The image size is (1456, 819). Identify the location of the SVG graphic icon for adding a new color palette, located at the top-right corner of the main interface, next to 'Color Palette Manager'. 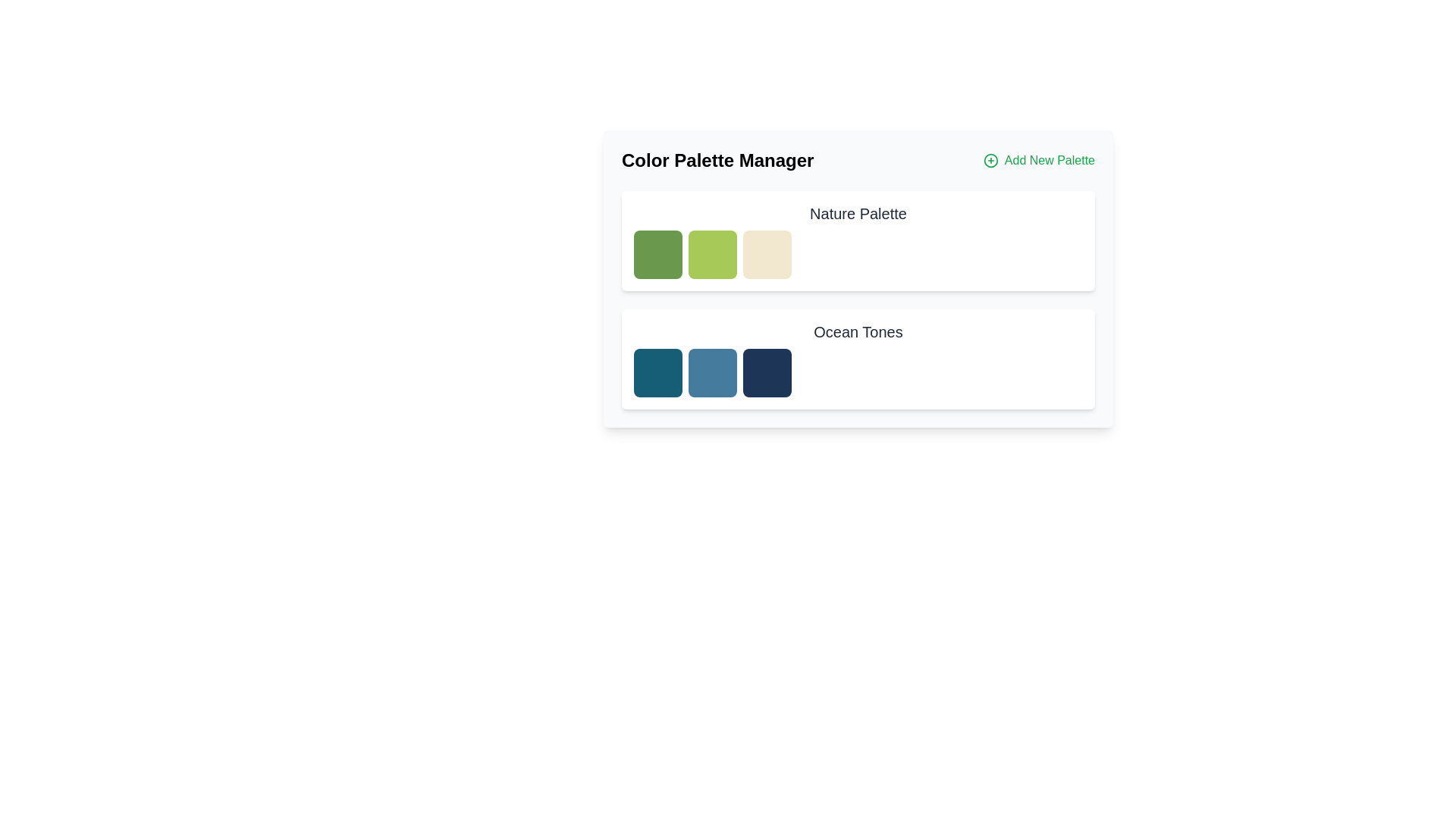
(990, 161).